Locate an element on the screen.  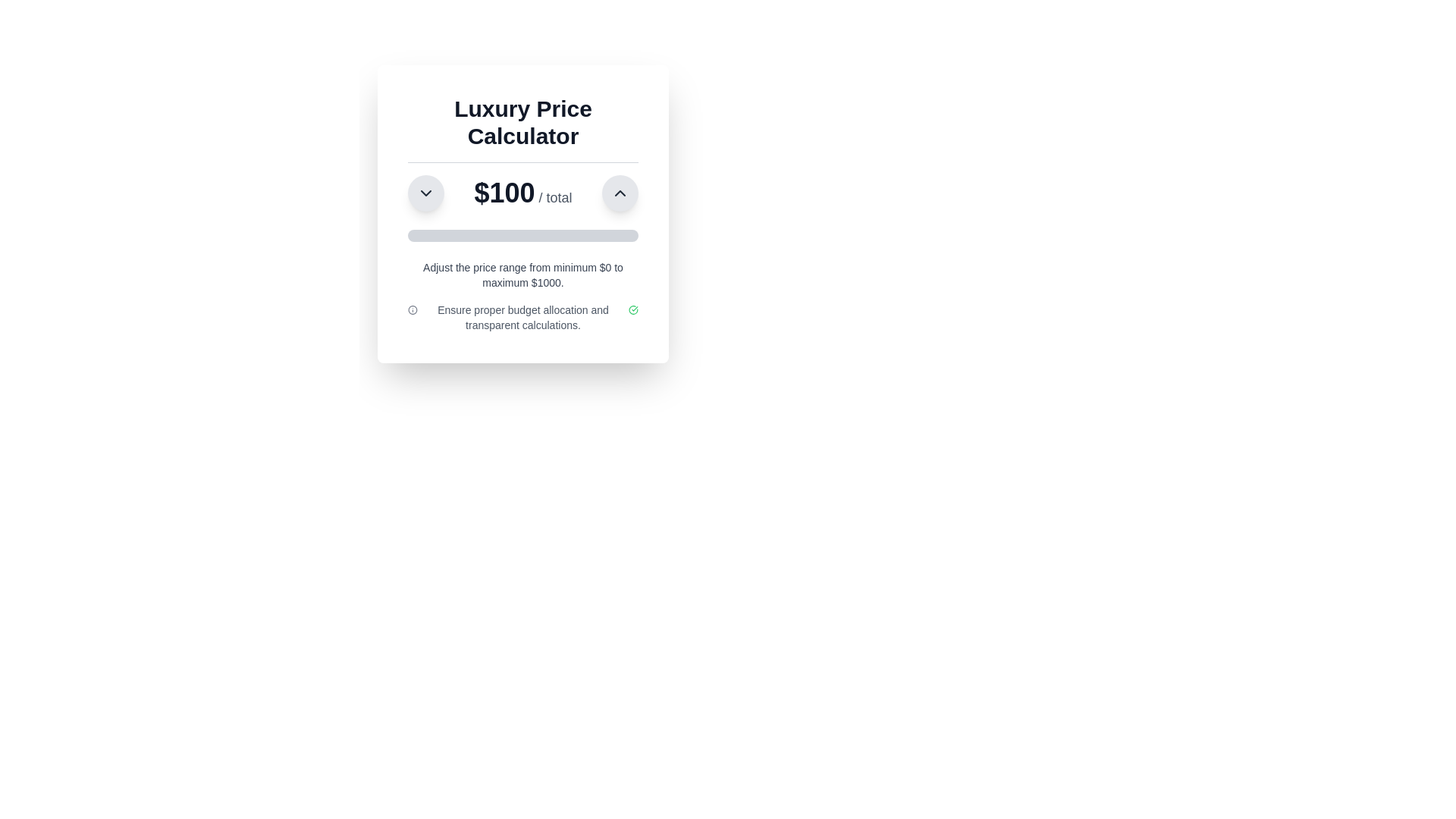
the price range is located at coordinates (566, 236).